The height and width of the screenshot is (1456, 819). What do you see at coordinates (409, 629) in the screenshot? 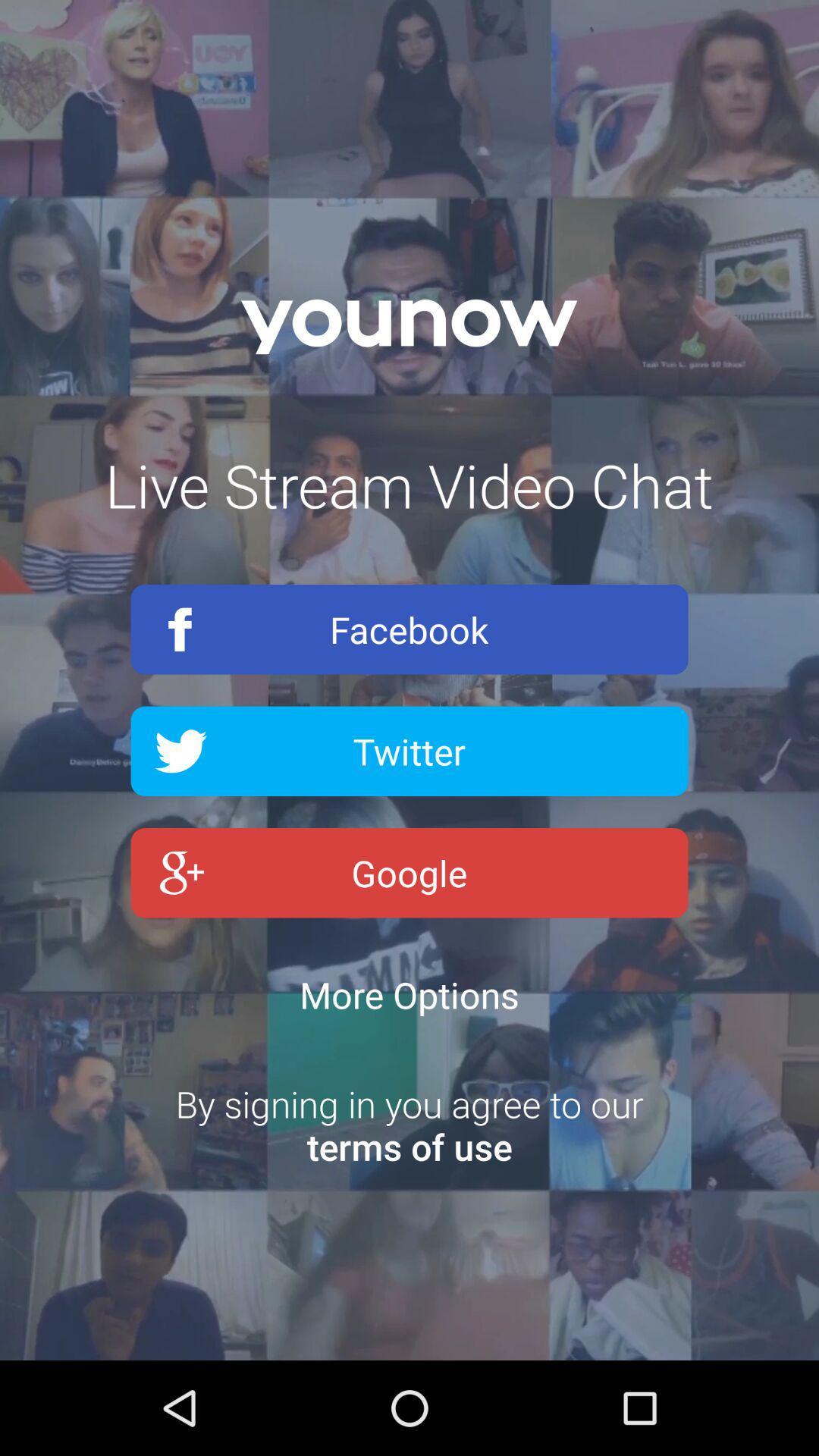
I see `login with facebook` at bounding box center [409, 629].